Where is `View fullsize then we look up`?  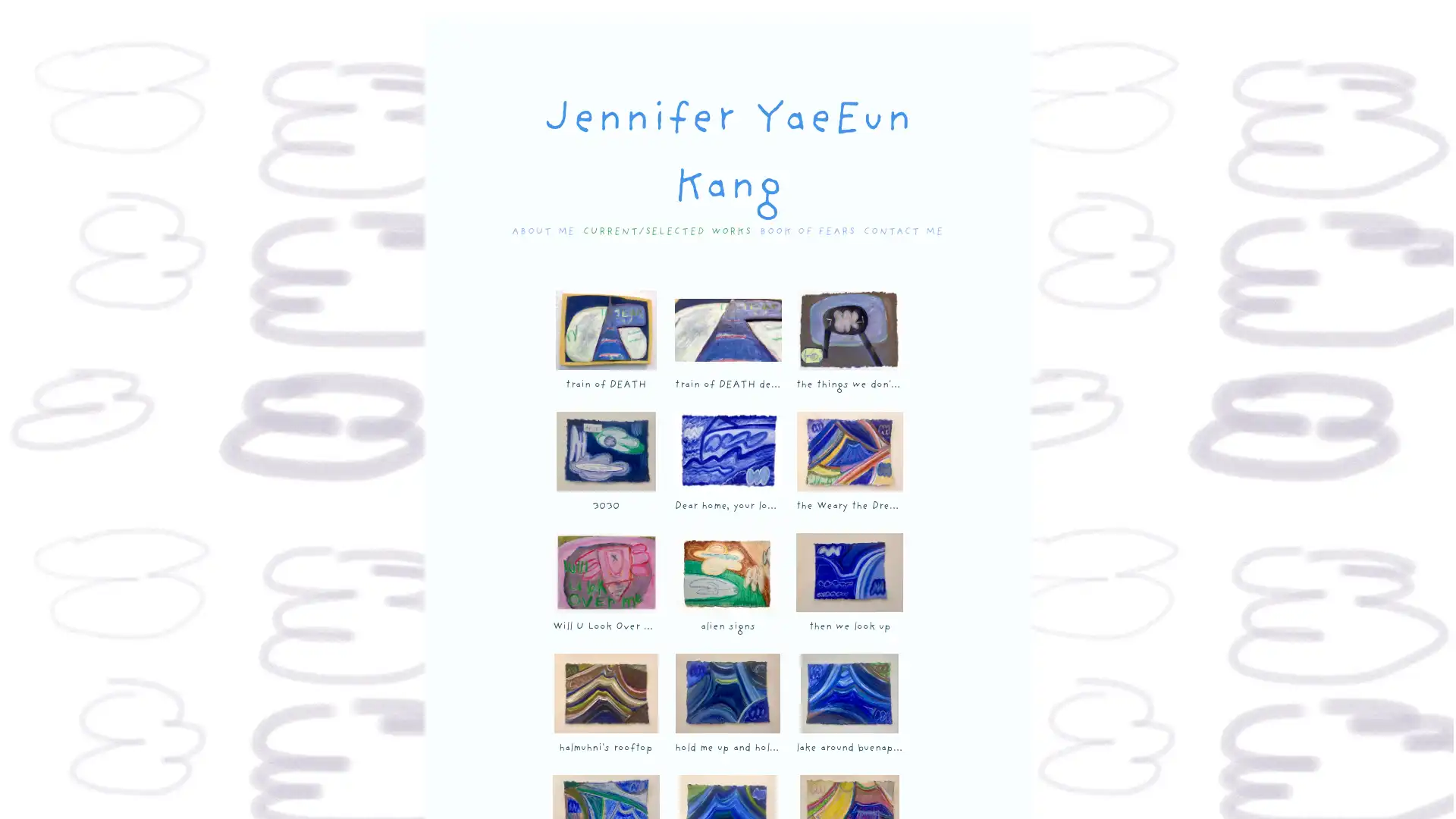 View fullsize then we look up is located at coordinates (848, 573).